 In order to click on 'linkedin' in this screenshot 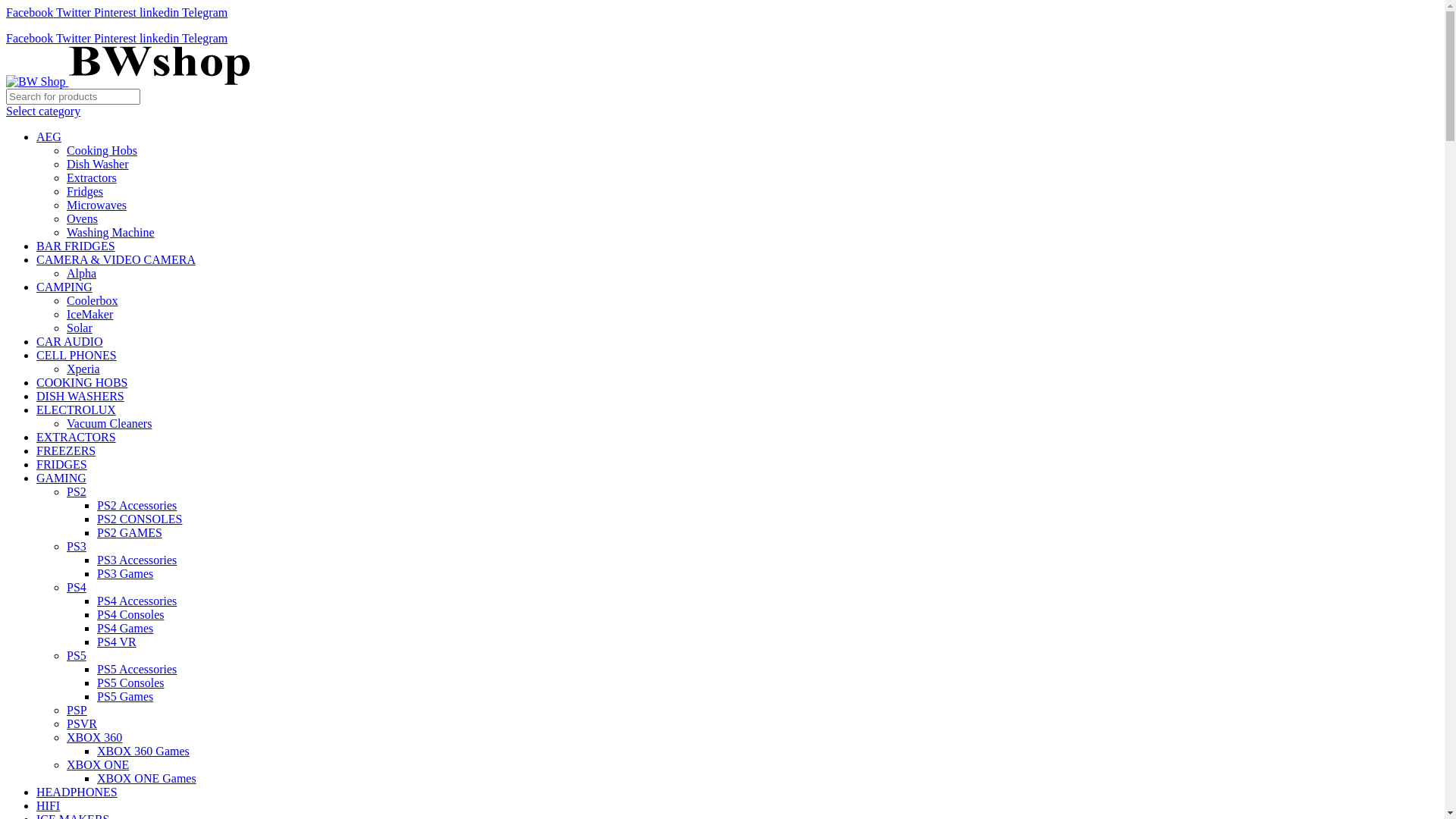, I will do `click(160, 12)`.